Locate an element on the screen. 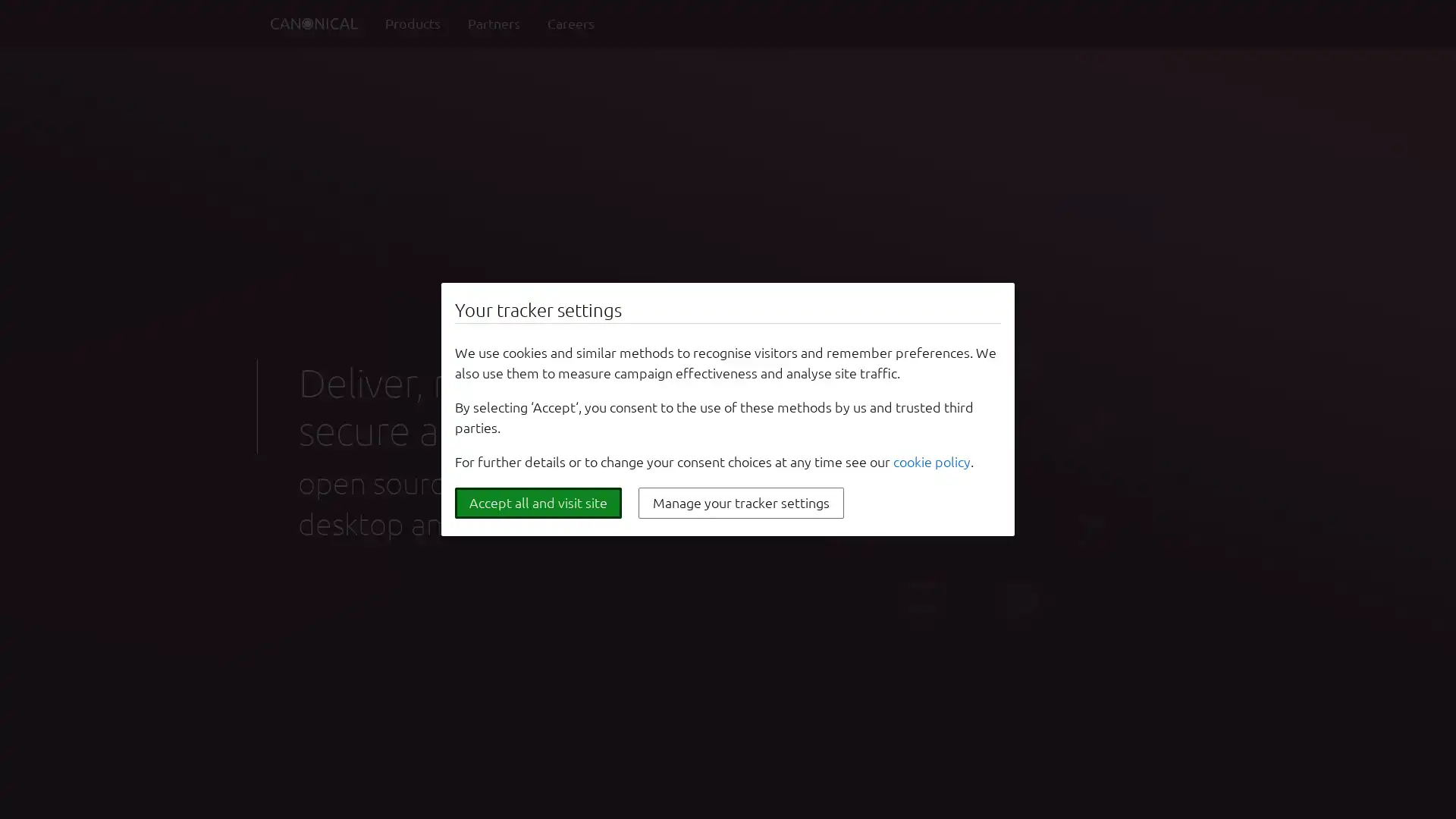 This screenshot has width=1456, height=819. Manage your tracker settings is located at coordinates (741, 503).